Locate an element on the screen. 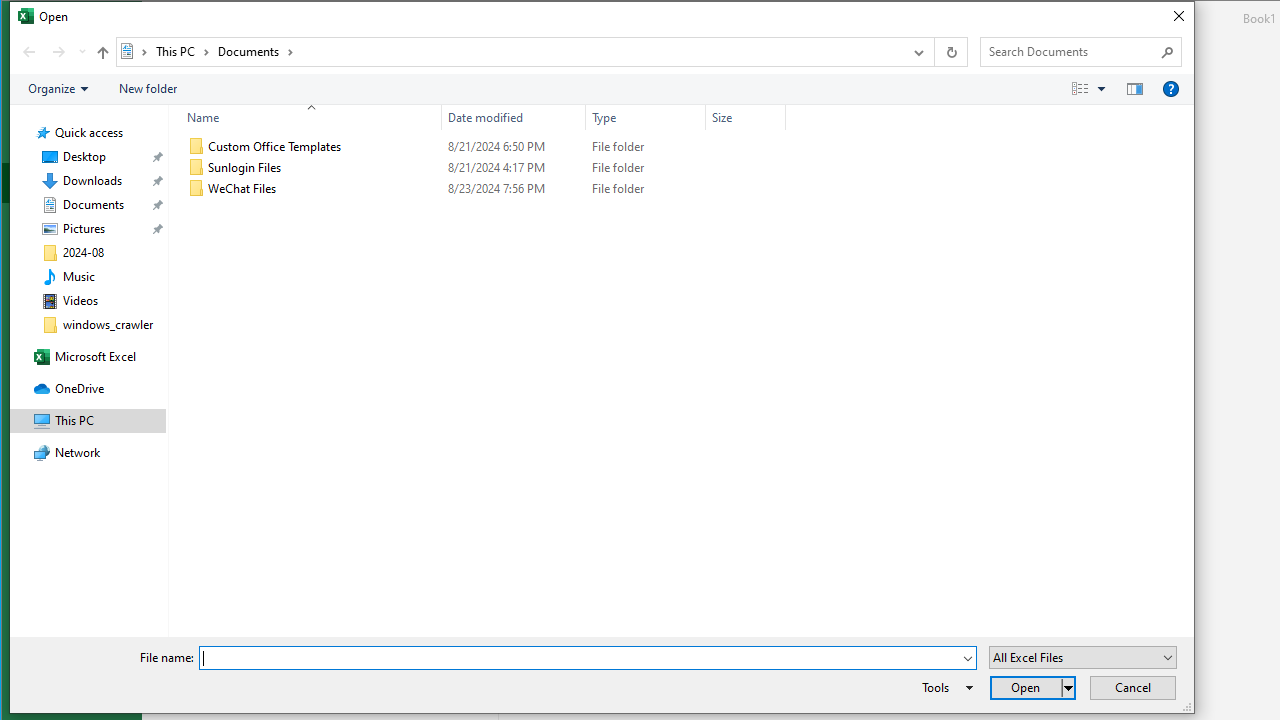 Image resolution: width=1280 pixels, height=720 pixels. 'Search' is located at coordinates (1168, 50).